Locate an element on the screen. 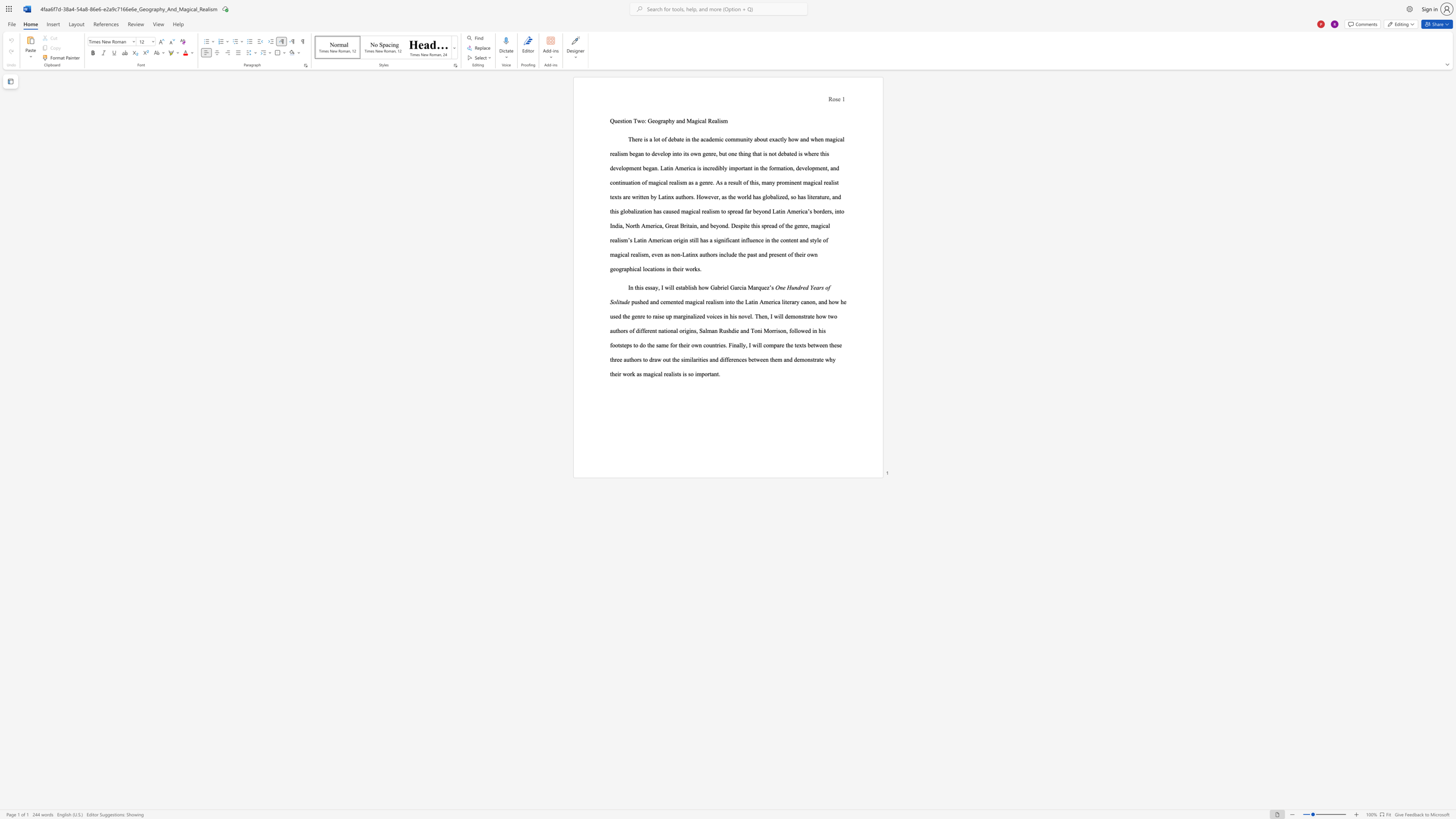  the subset text "stion Two: Geograp" within the text "Question Two: Geography and Magical Realism" is located at coordinates (619, 121).